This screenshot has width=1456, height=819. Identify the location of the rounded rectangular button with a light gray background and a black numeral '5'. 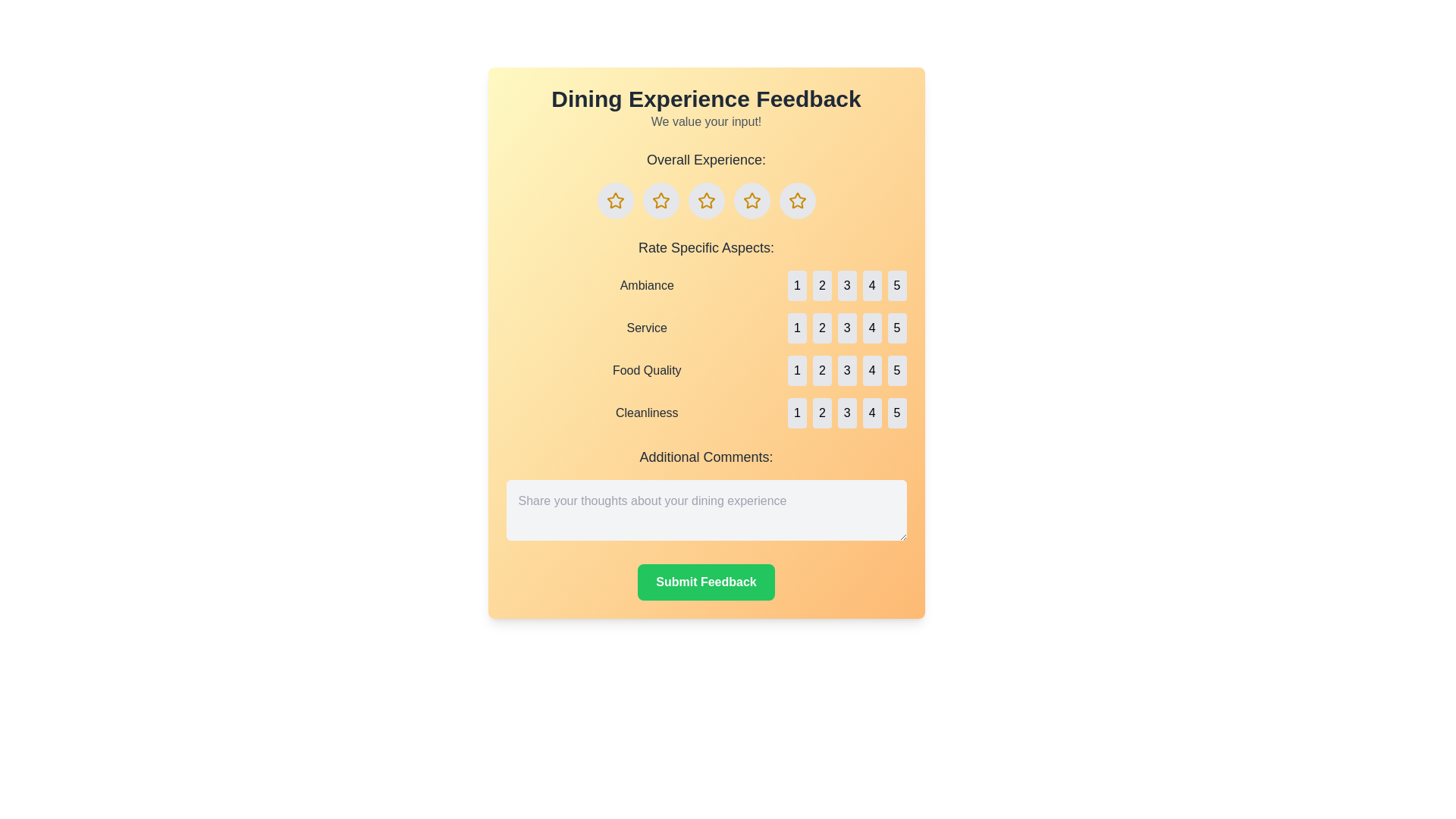
(897, 327).